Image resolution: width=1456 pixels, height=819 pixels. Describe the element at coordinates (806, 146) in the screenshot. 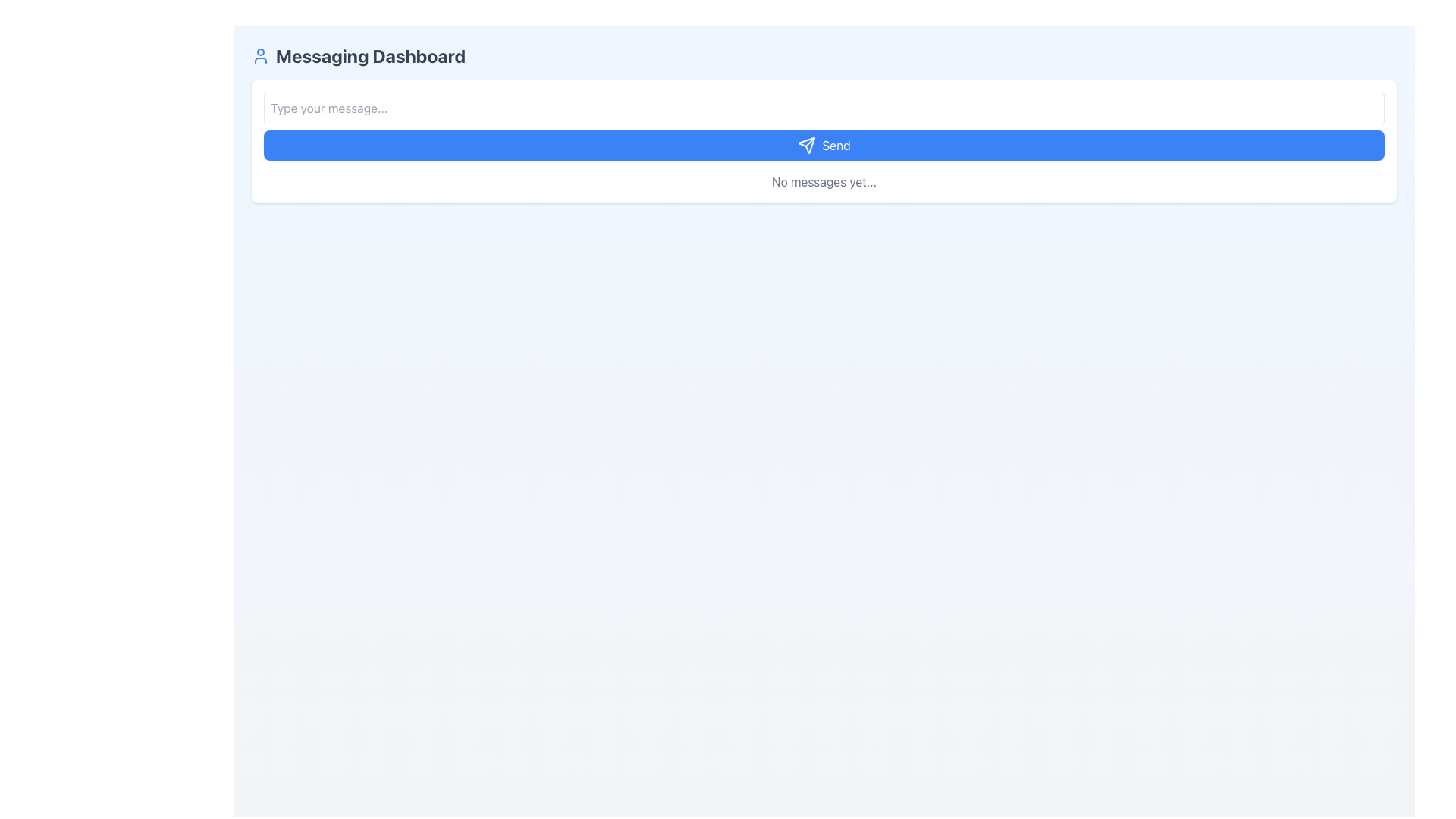

I see `the 'send' icon located at the top-right corner of the blue-colored message input button, which is below the text input field labeled 'Type your message...'` at that location.